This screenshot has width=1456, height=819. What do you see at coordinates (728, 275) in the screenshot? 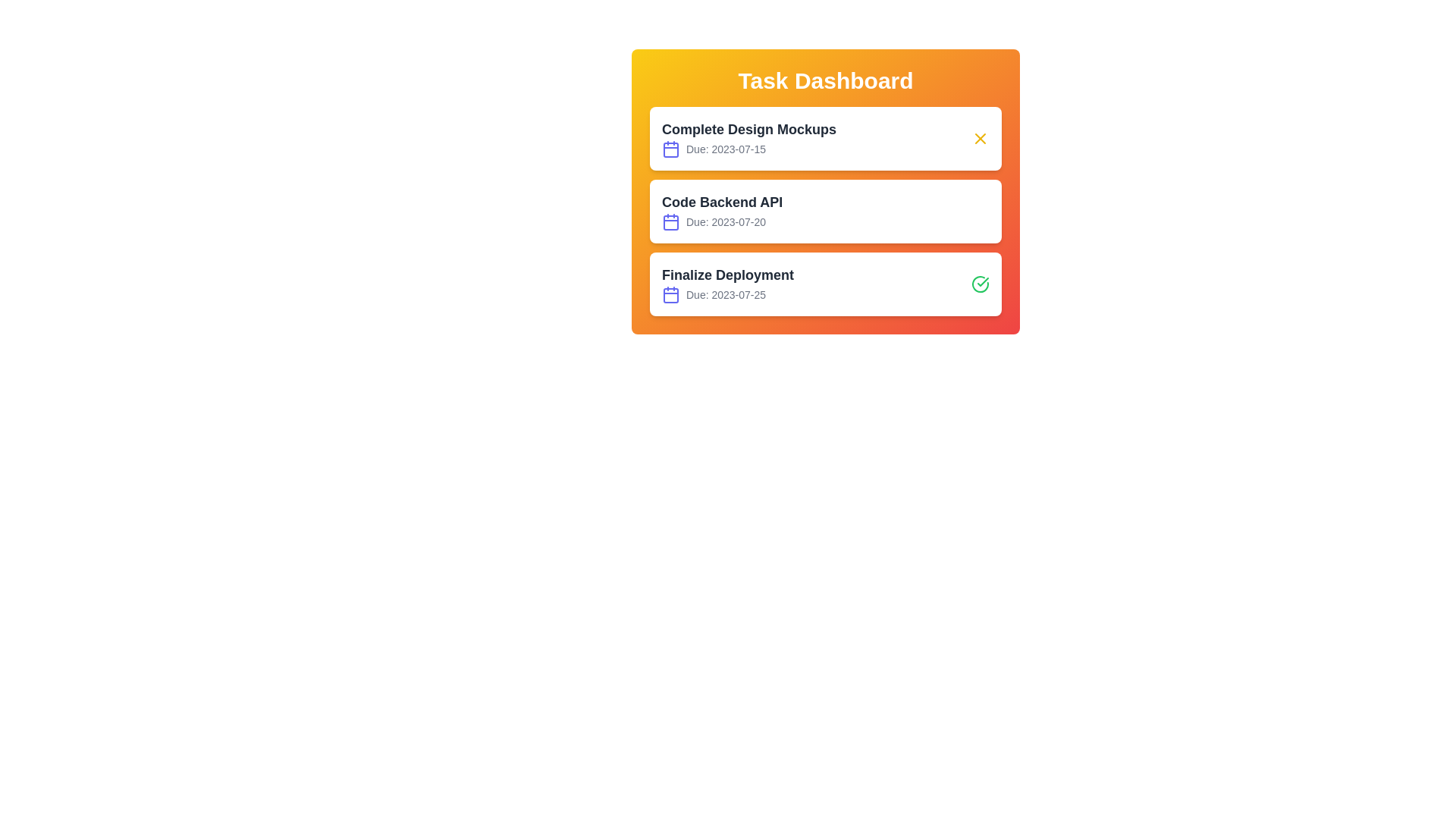
I see `the task title Finalize Deployment` at bounding box center [728, 275].